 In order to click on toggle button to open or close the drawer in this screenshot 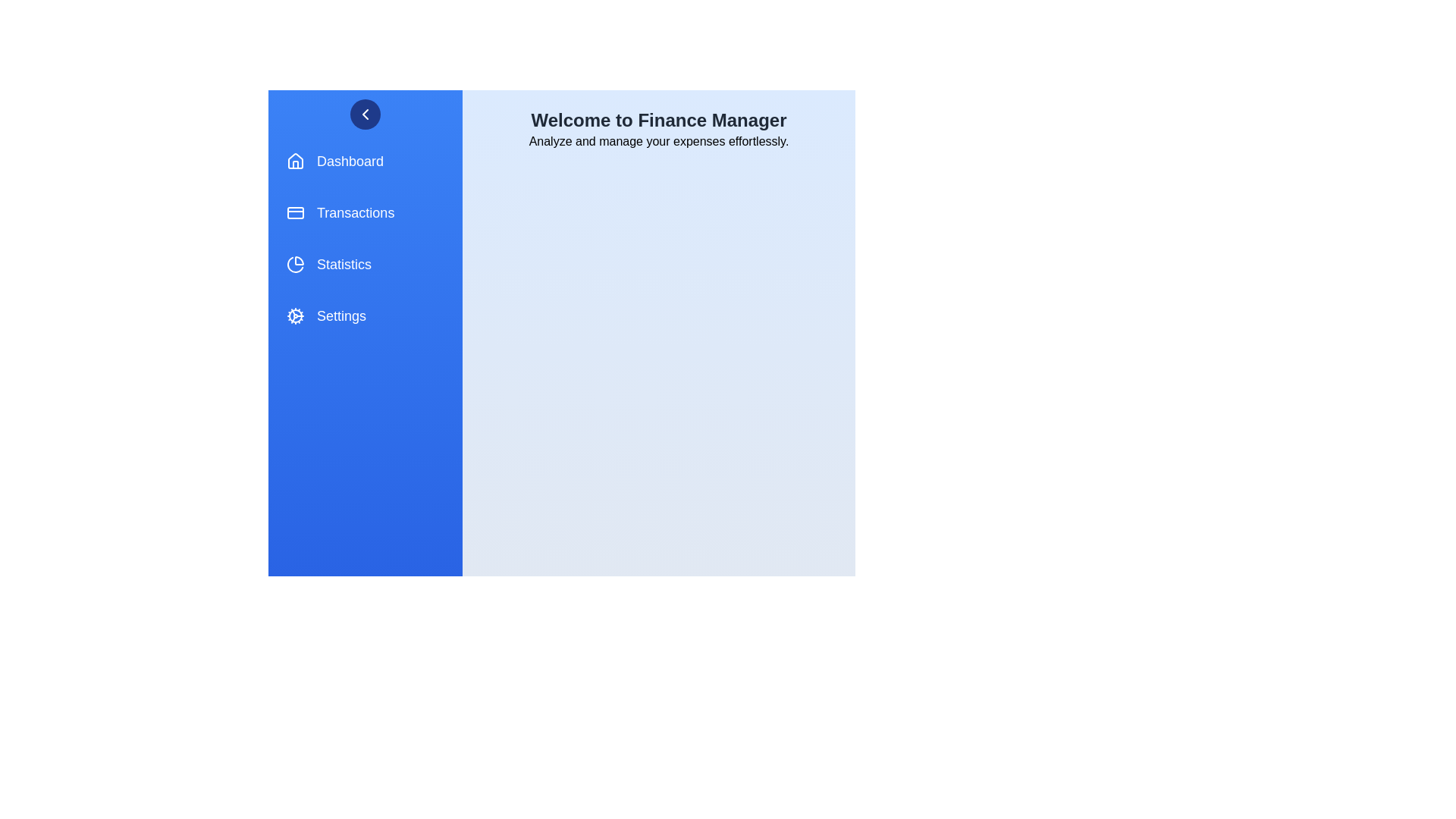, I will do `click(365, 113)`.